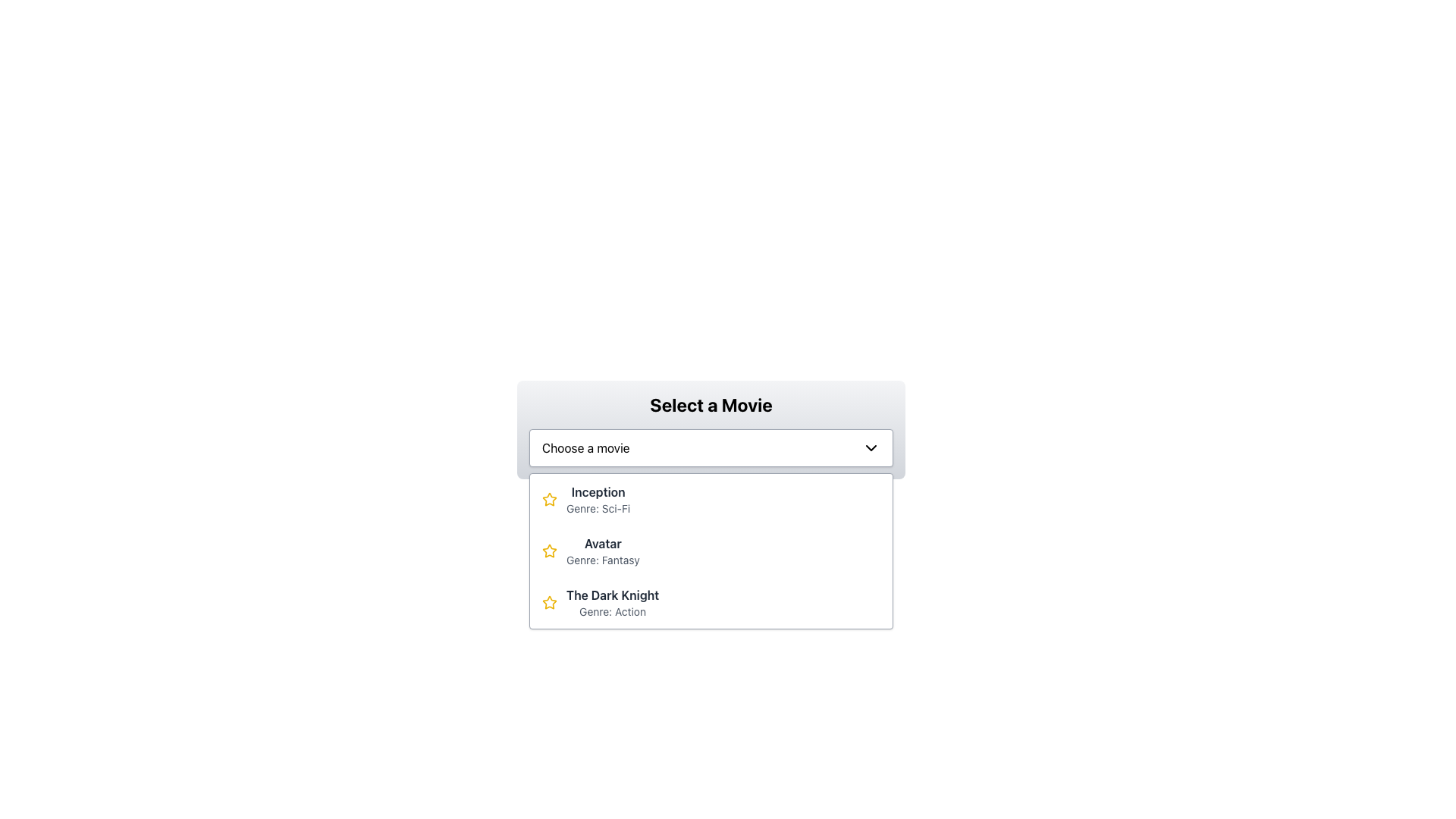 The height and width of the screenshot is (819, 1456). Describe the element at coordinates (598, 491) in the screenshot. I see `the text label displaying the movie title 'Inception' located in the first row of the list under the 'Select a Movie' dropdown menu` at that location.